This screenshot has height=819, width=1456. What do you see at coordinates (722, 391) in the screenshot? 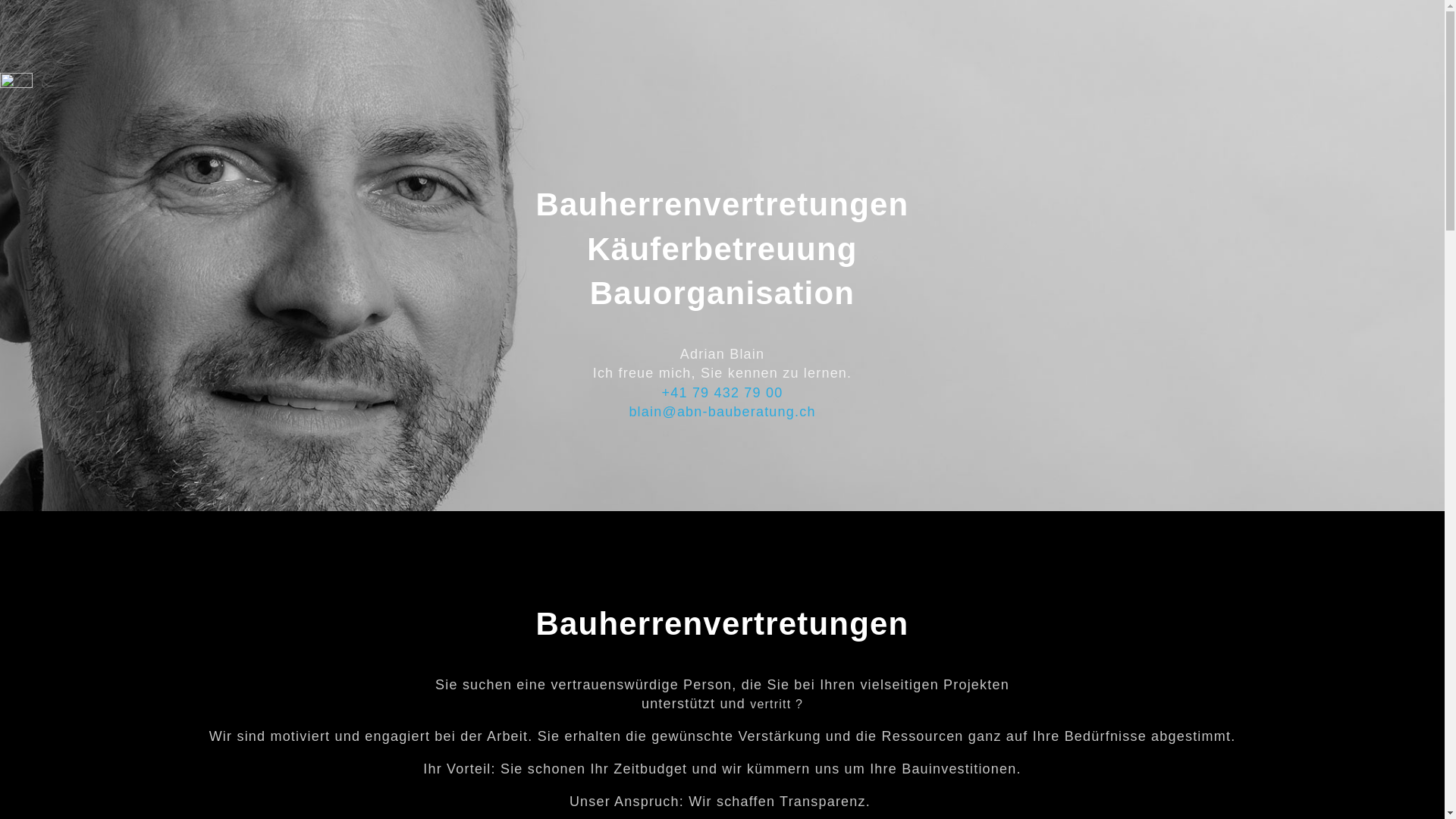
I see `'+41 79 432 79 00'` at bounding box center [722, 391].